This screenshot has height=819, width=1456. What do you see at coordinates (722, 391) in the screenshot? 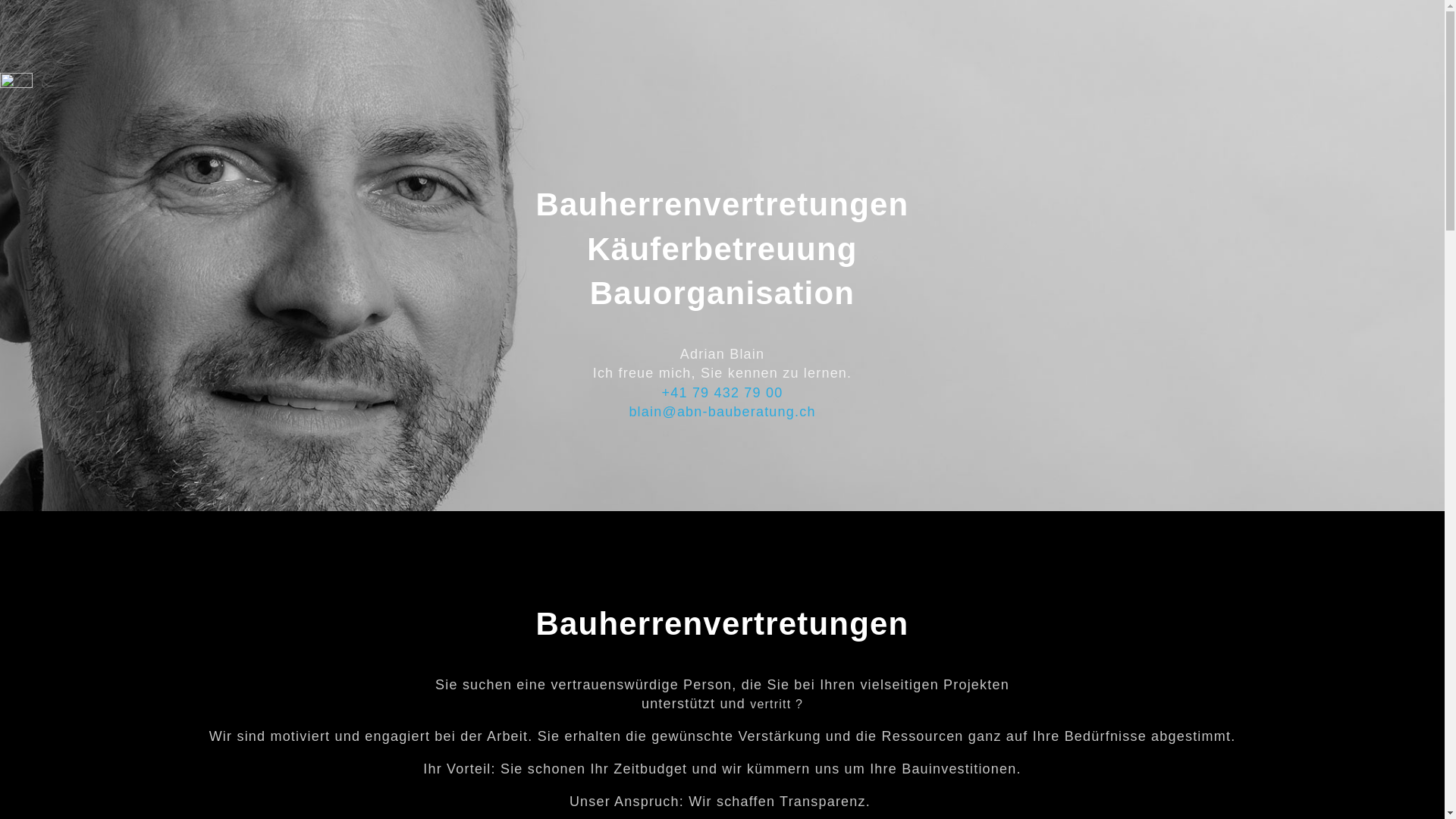
I see `'+41 79 432 79 00'` at bounding box center [722, 391].